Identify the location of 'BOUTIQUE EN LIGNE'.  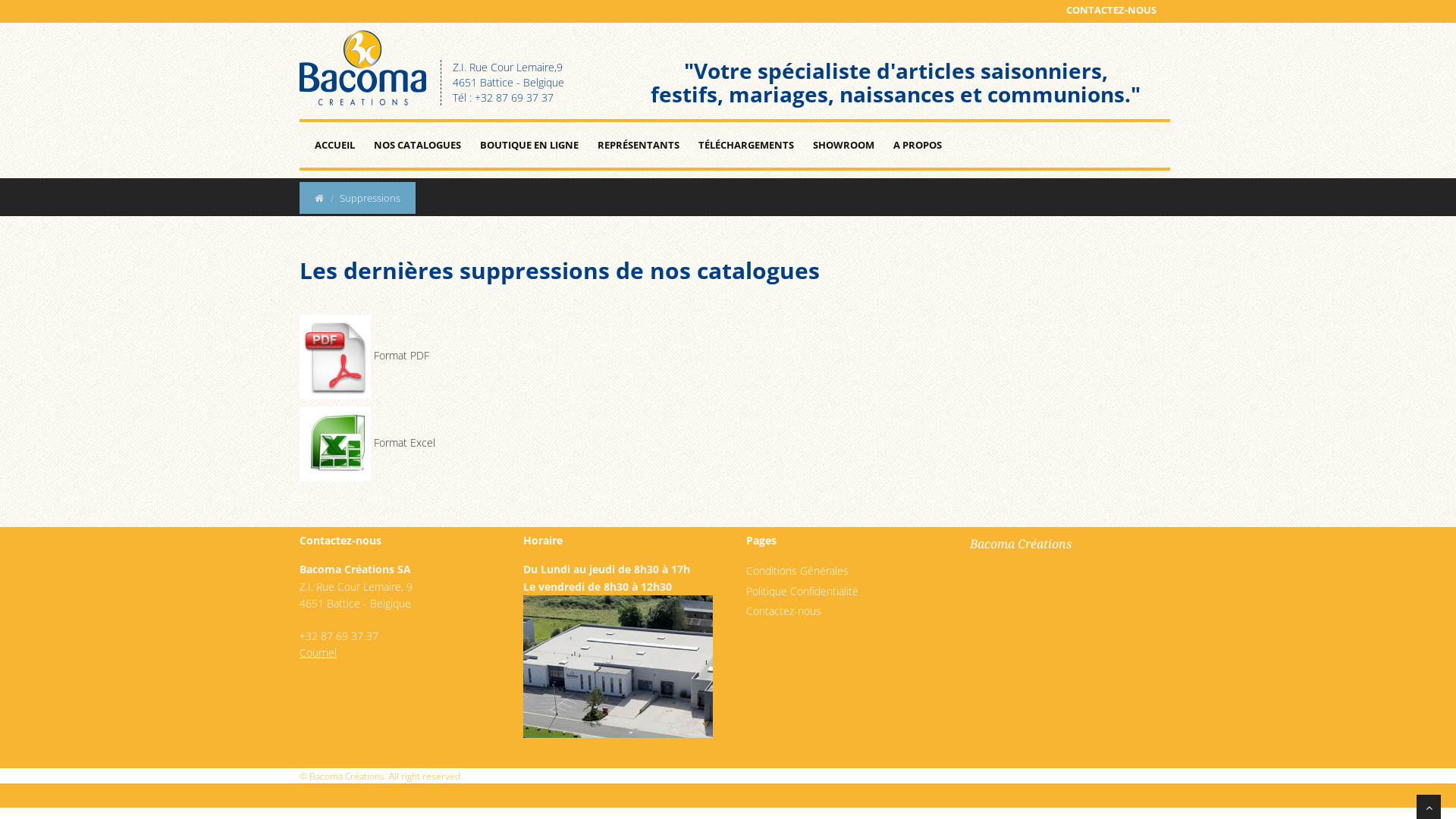
(529, 145).